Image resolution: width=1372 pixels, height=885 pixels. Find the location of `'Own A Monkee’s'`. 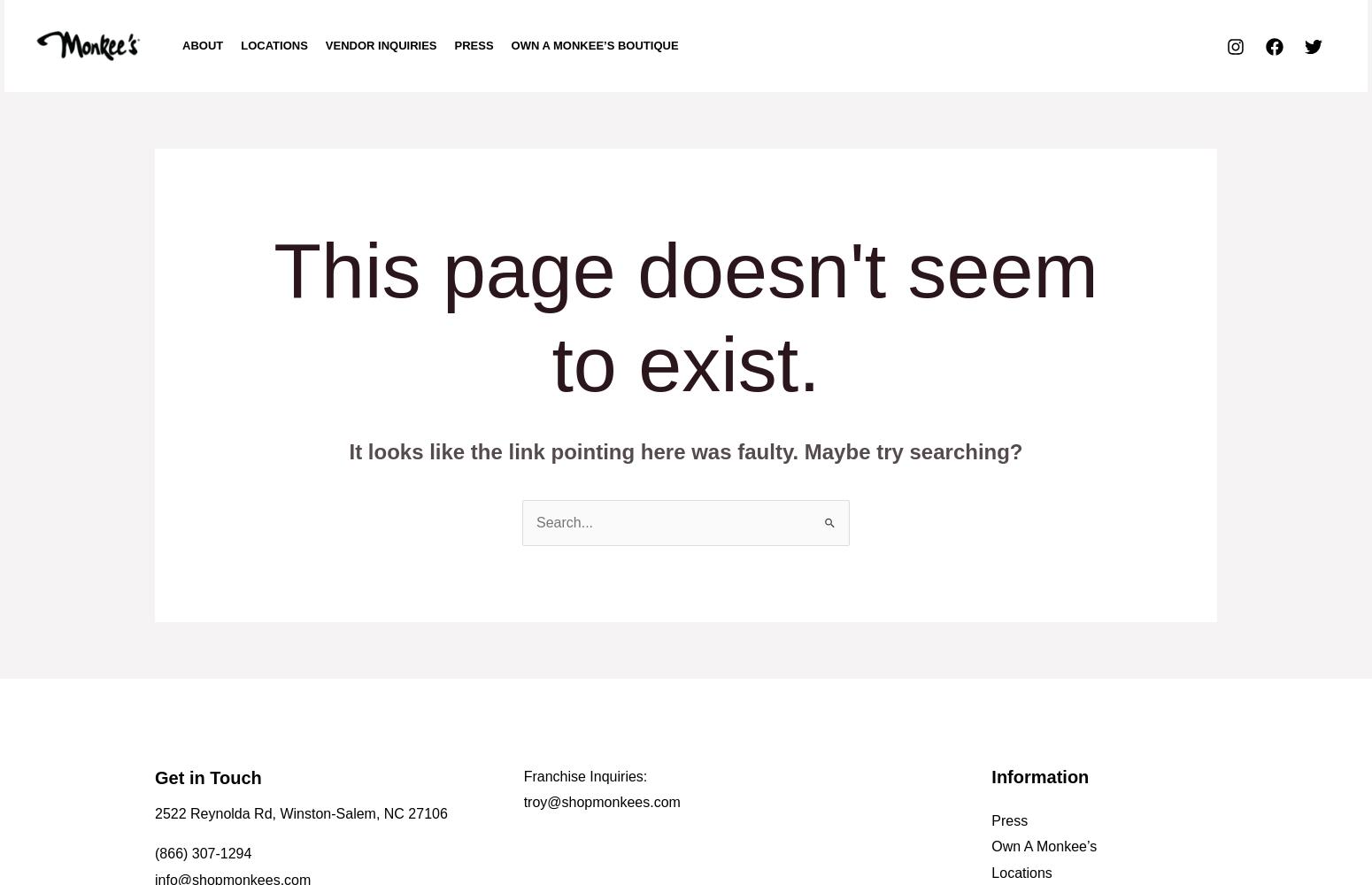

'Own A Monkee’s' is located at coordinates (990, 845).